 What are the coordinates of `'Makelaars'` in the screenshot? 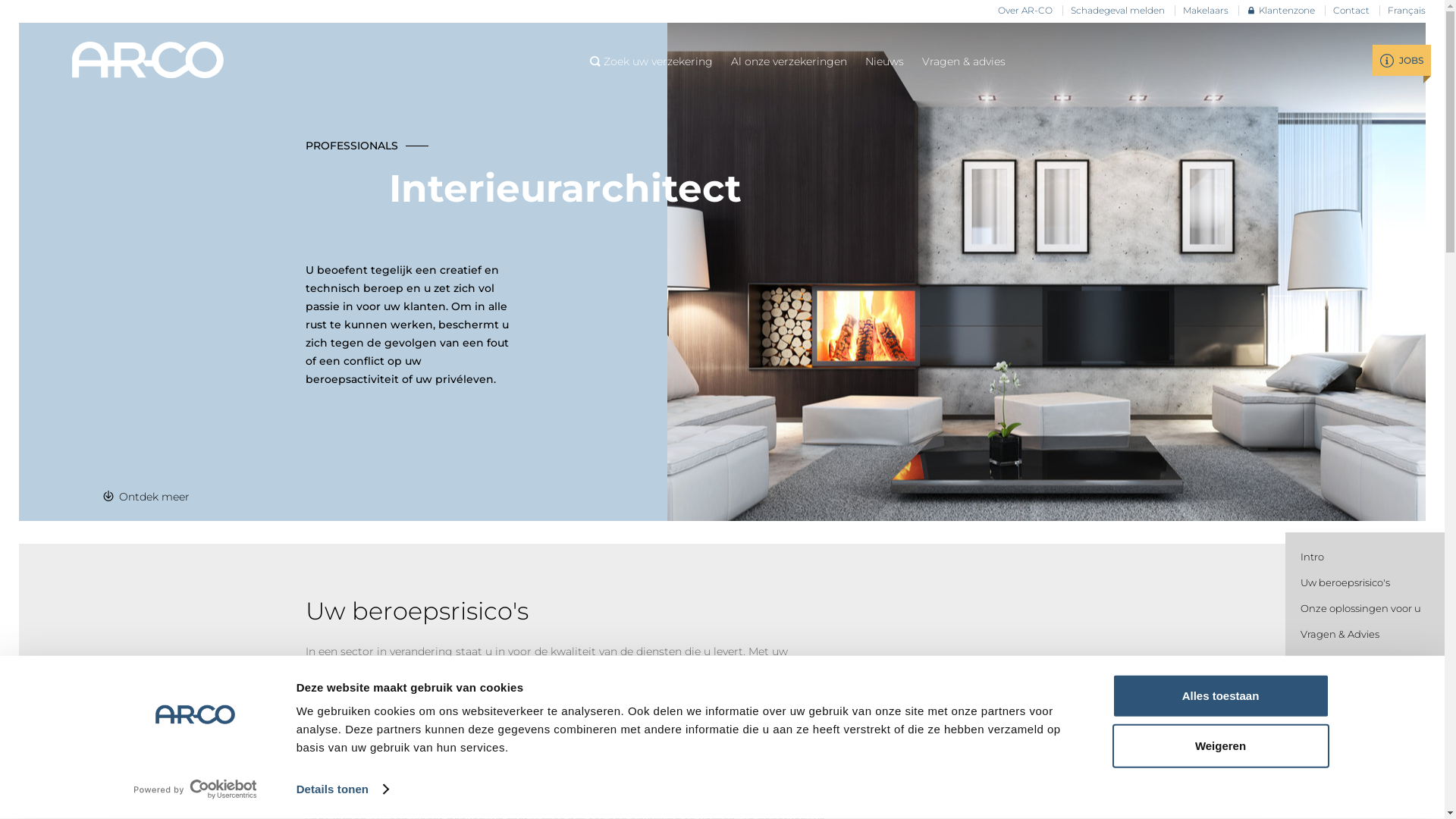 It's located at (1182, 11).